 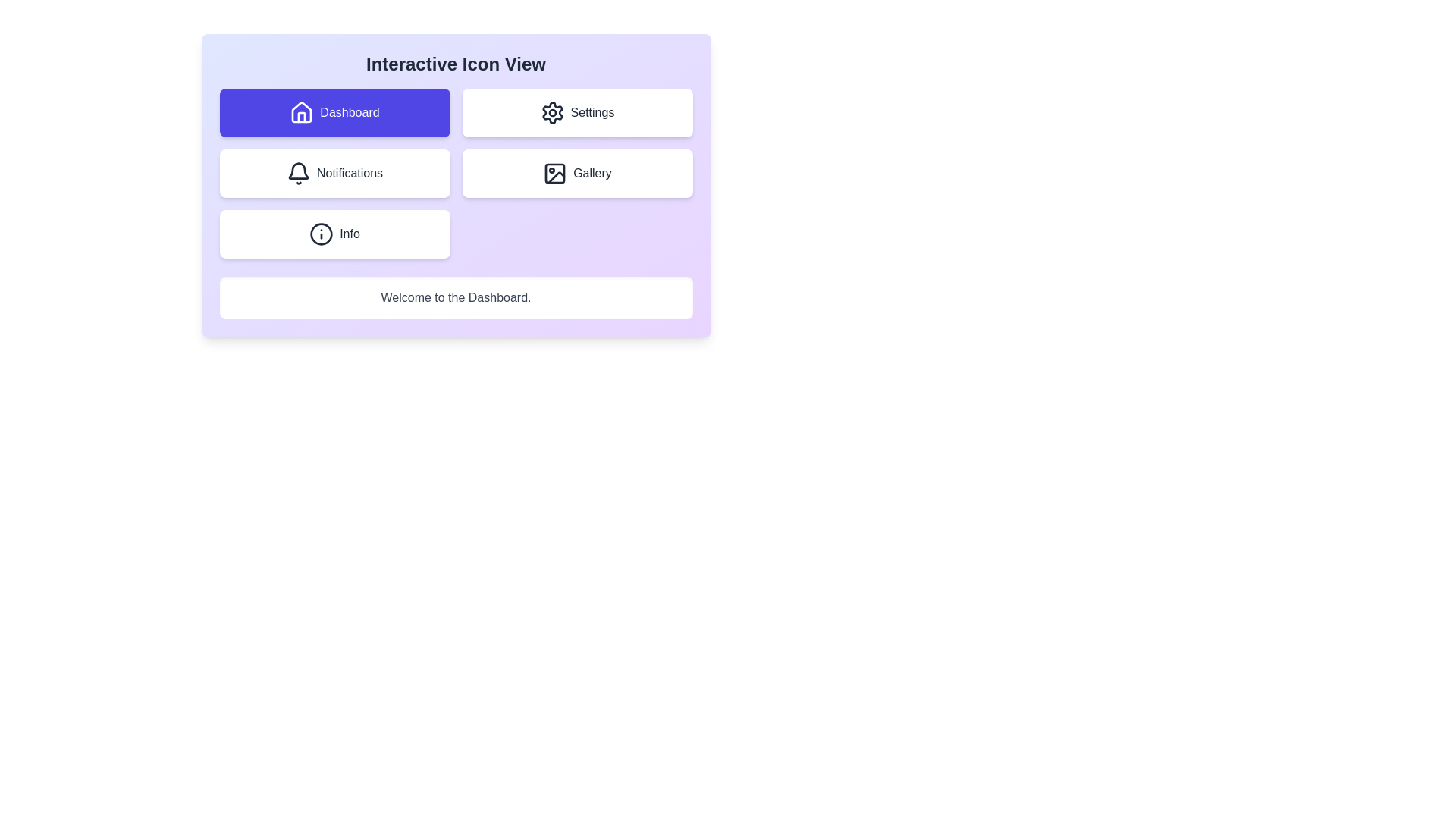 I want to click on the text label for the 'Dashboard' button, which is located at the upper-left corner of the layout and indicates the functionality of navigating to the dashboard page, so click(x=349, y=112).